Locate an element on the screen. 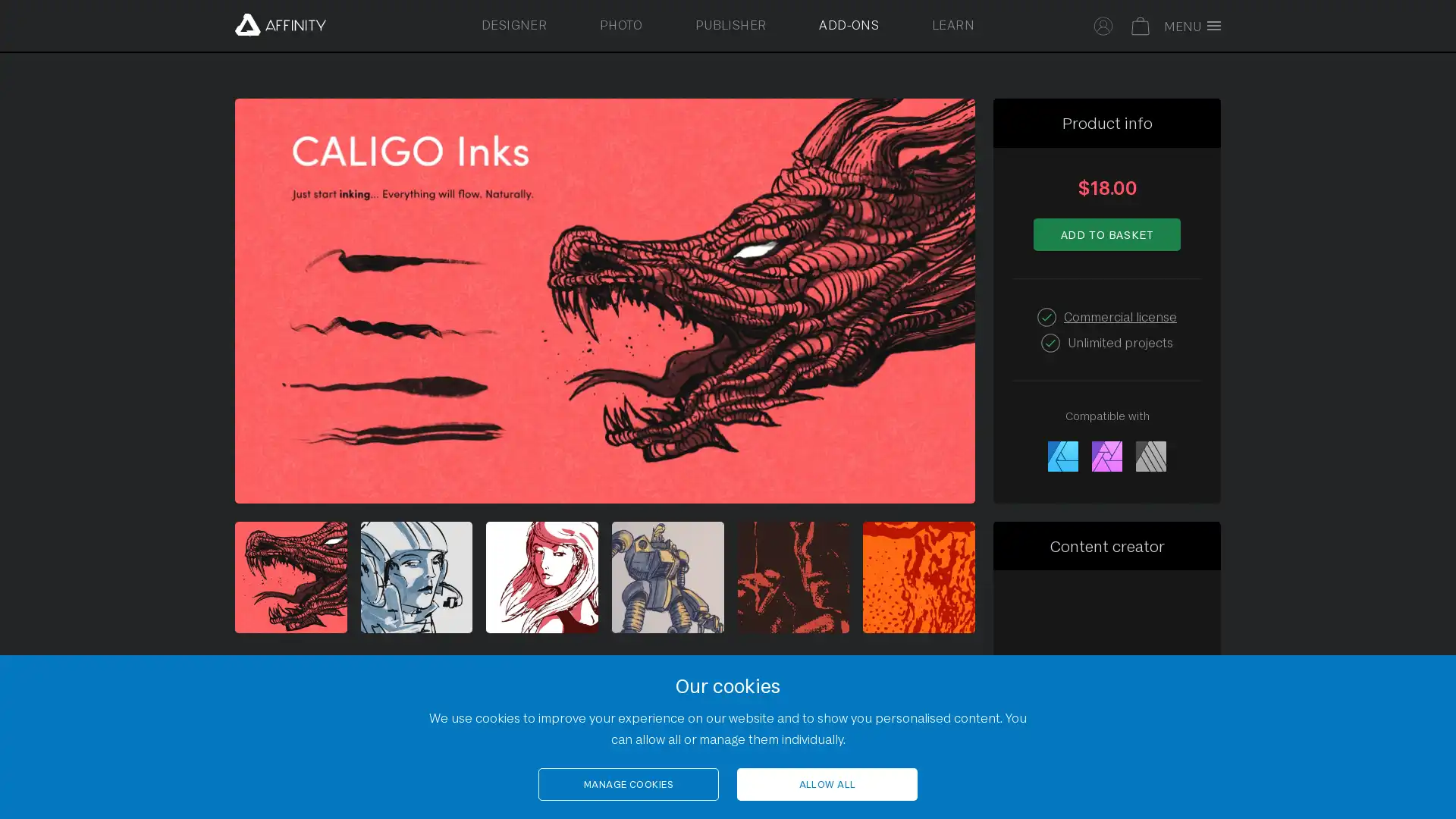 The height and width of the screenshot is (819, 1456). ALLOW ALL is located at coordinates (826, 784).